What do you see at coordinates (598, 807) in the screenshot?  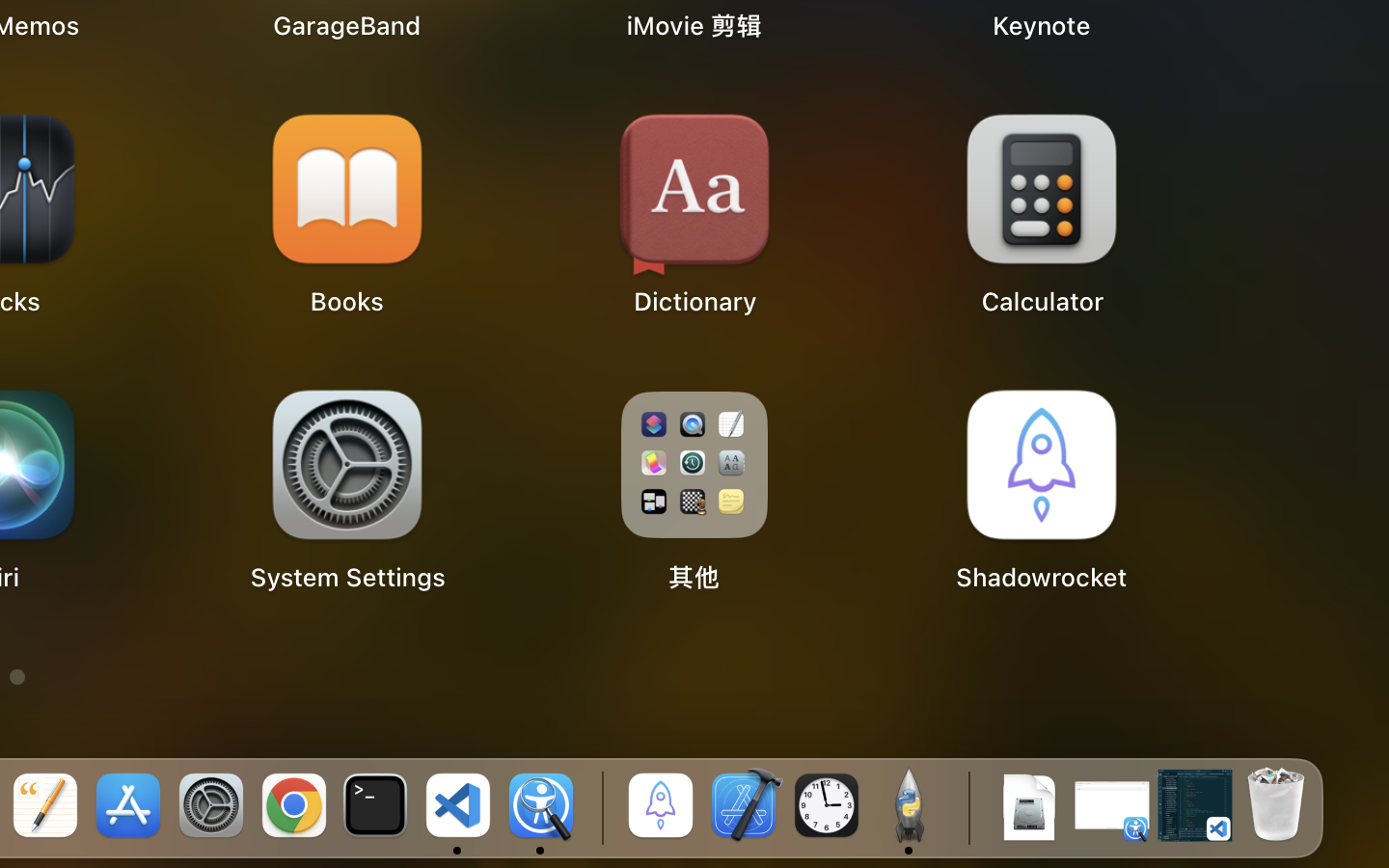 I see `'0.4285714328289032'` at bounding box center [598, 807].